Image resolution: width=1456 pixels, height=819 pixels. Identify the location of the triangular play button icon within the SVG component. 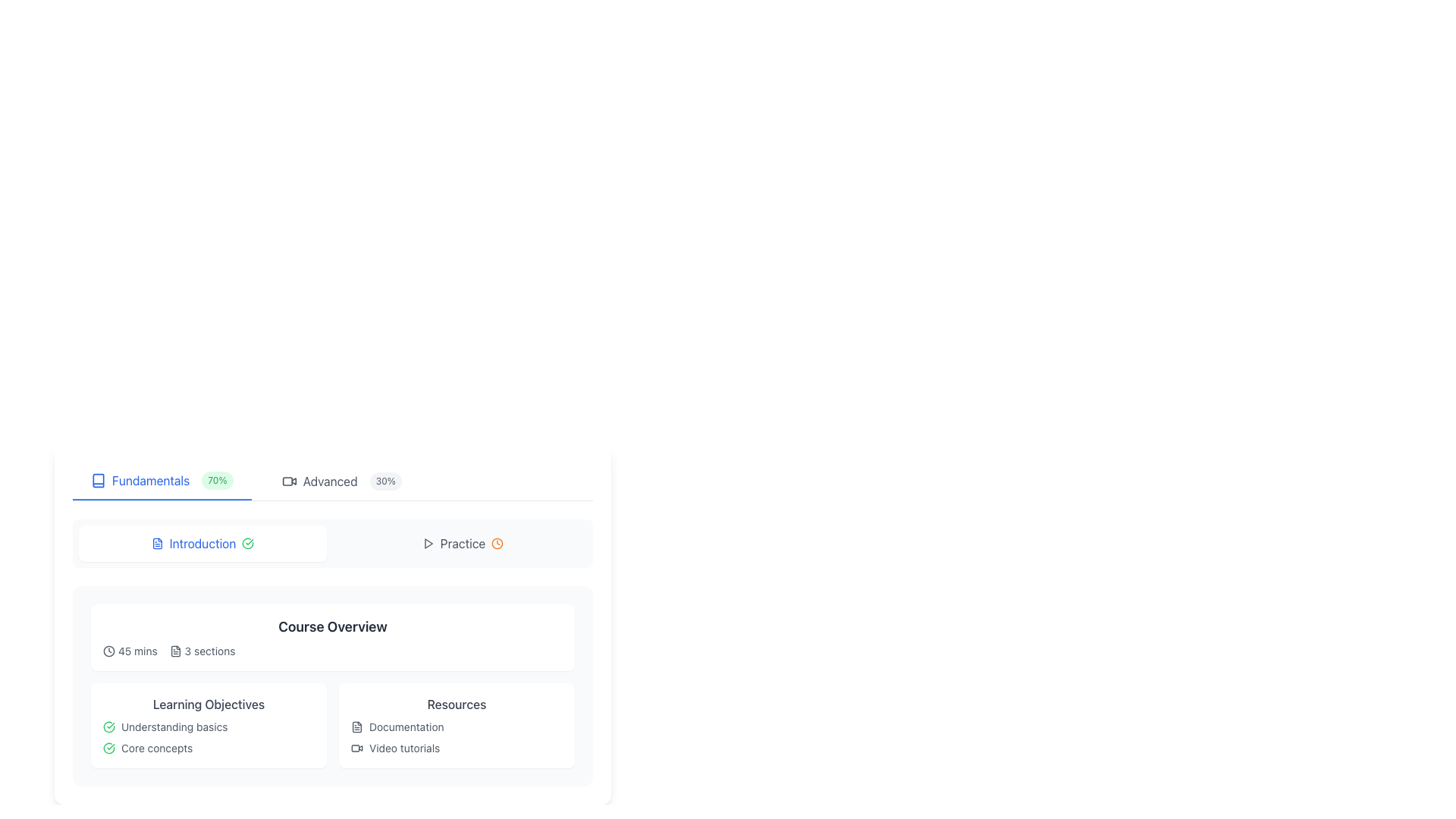
(428, 543).